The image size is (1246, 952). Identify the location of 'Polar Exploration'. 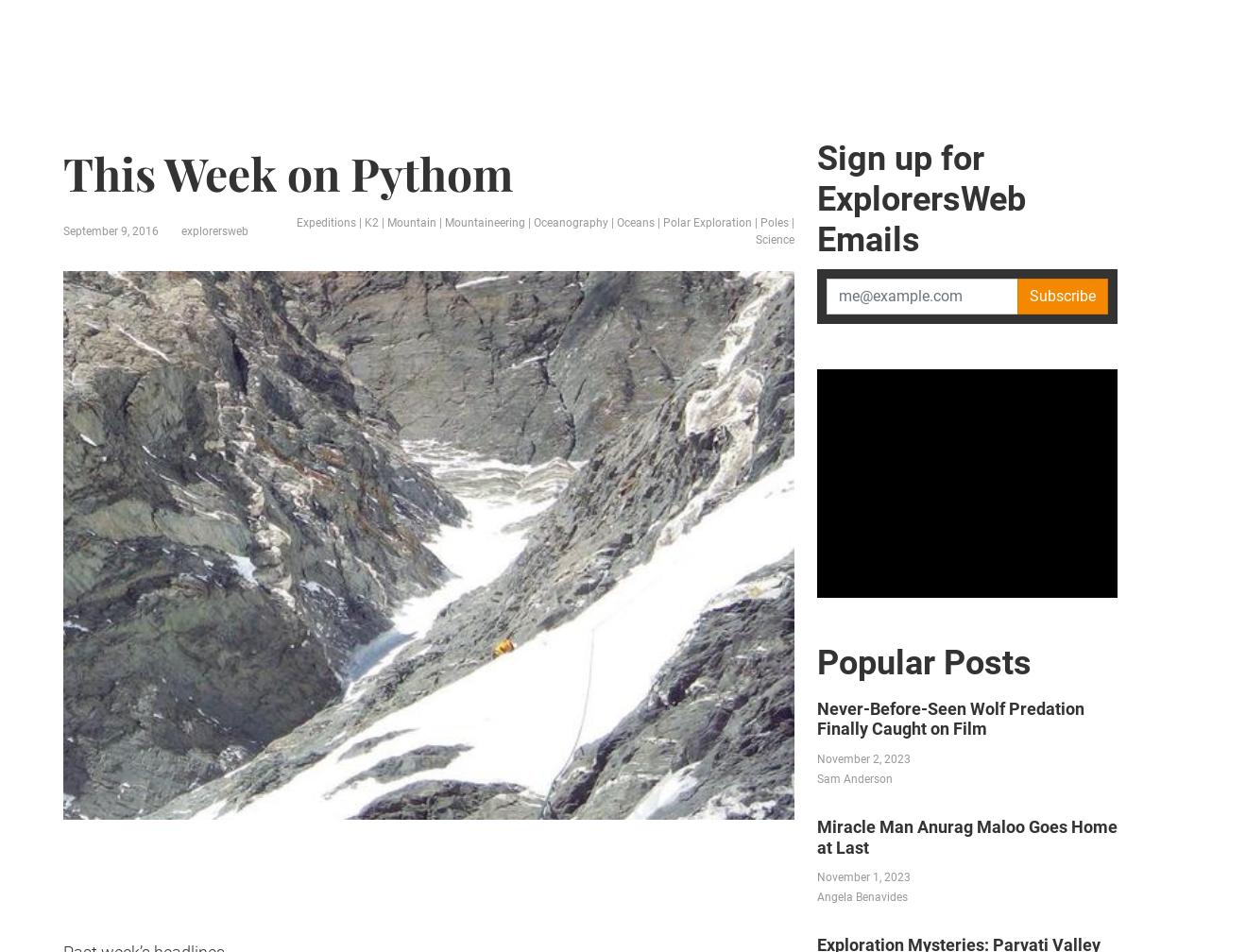
(648, 144).